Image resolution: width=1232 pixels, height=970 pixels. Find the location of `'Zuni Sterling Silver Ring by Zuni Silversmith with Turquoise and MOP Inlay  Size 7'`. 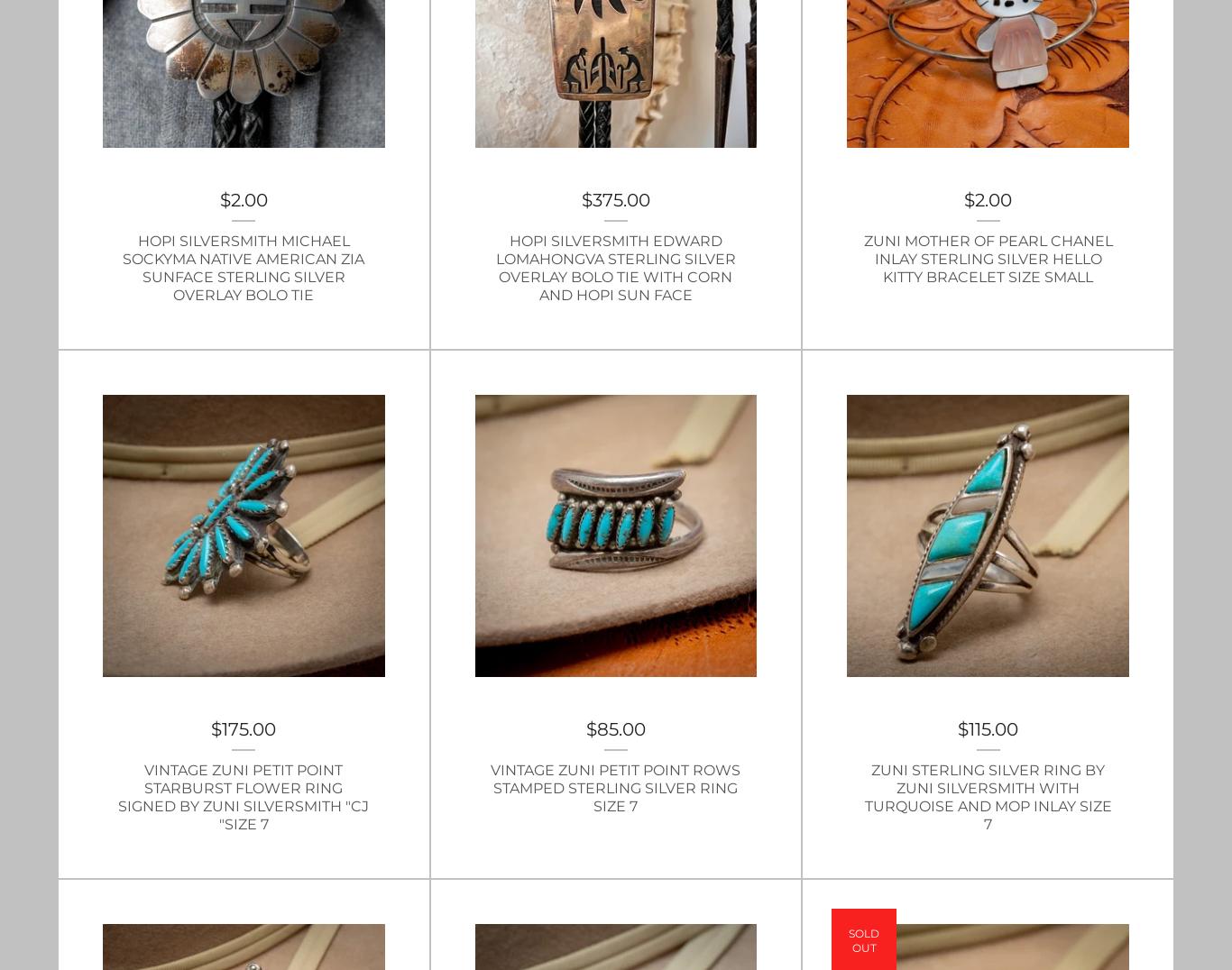

'Zuni Sterling Silver Ring by Zuni Silversmith with Turquoise and MOP Inlay  Size 7' is located at coordinates (986, 796).